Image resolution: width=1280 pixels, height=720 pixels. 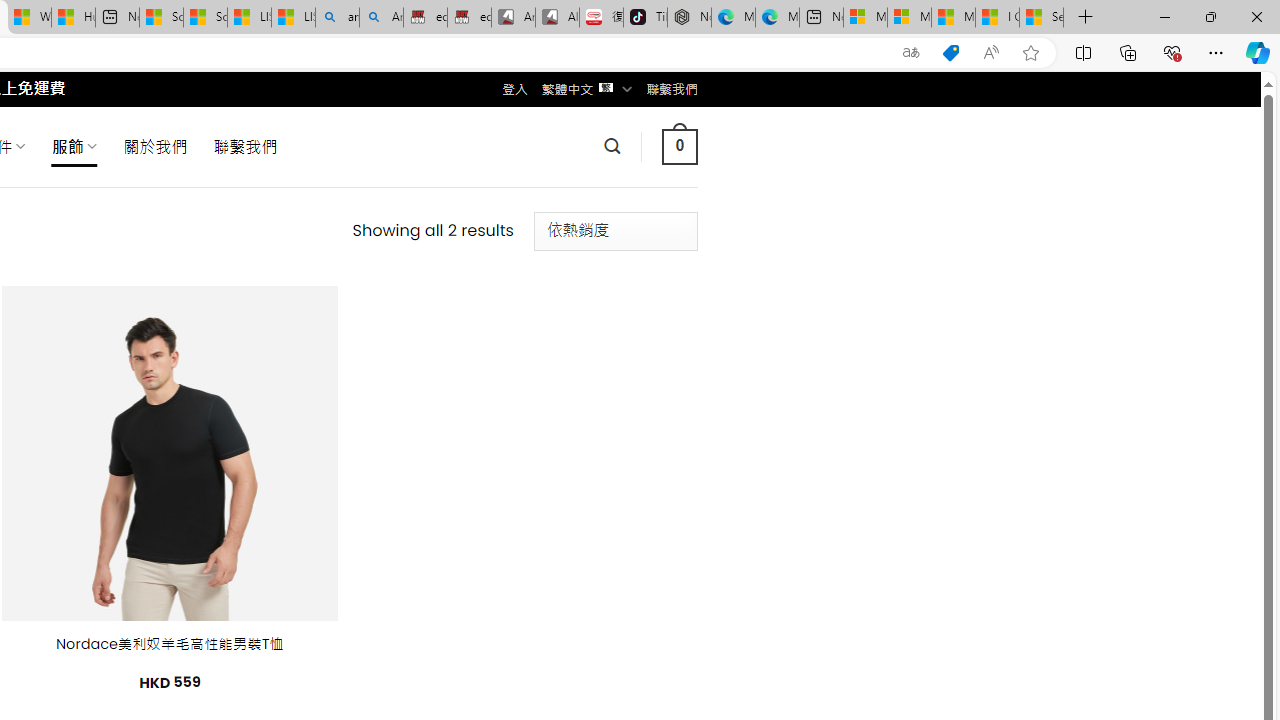 What do you see at coordinates (645, 17) in the screenshot?
I see `'TikTok'` at bounding box center [645, 17].